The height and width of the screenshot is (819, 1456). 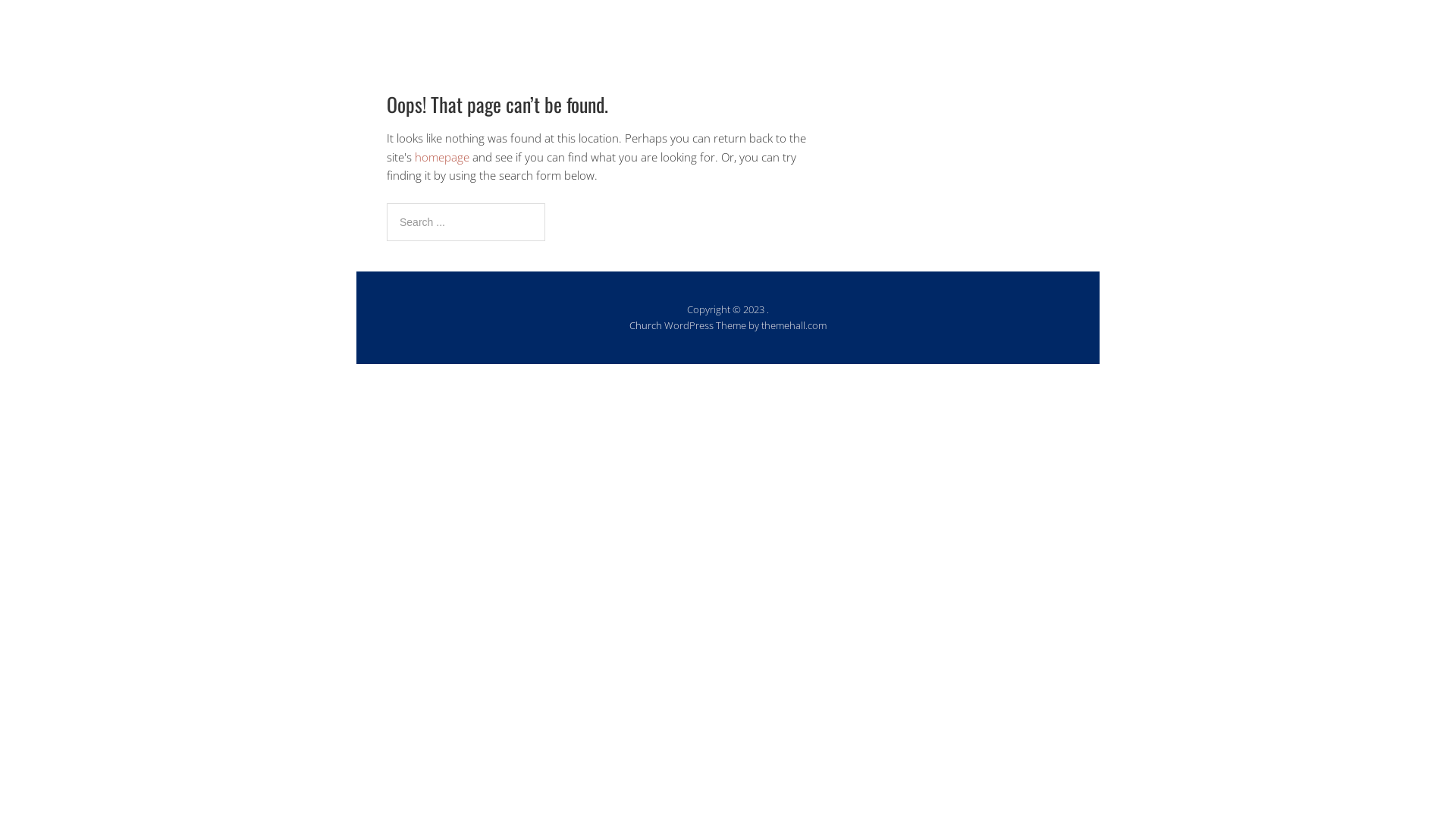 What do you see at coordinates (465, 222) in the screenshot?
I see `'Search for:'` at bounding box center [465, 222].